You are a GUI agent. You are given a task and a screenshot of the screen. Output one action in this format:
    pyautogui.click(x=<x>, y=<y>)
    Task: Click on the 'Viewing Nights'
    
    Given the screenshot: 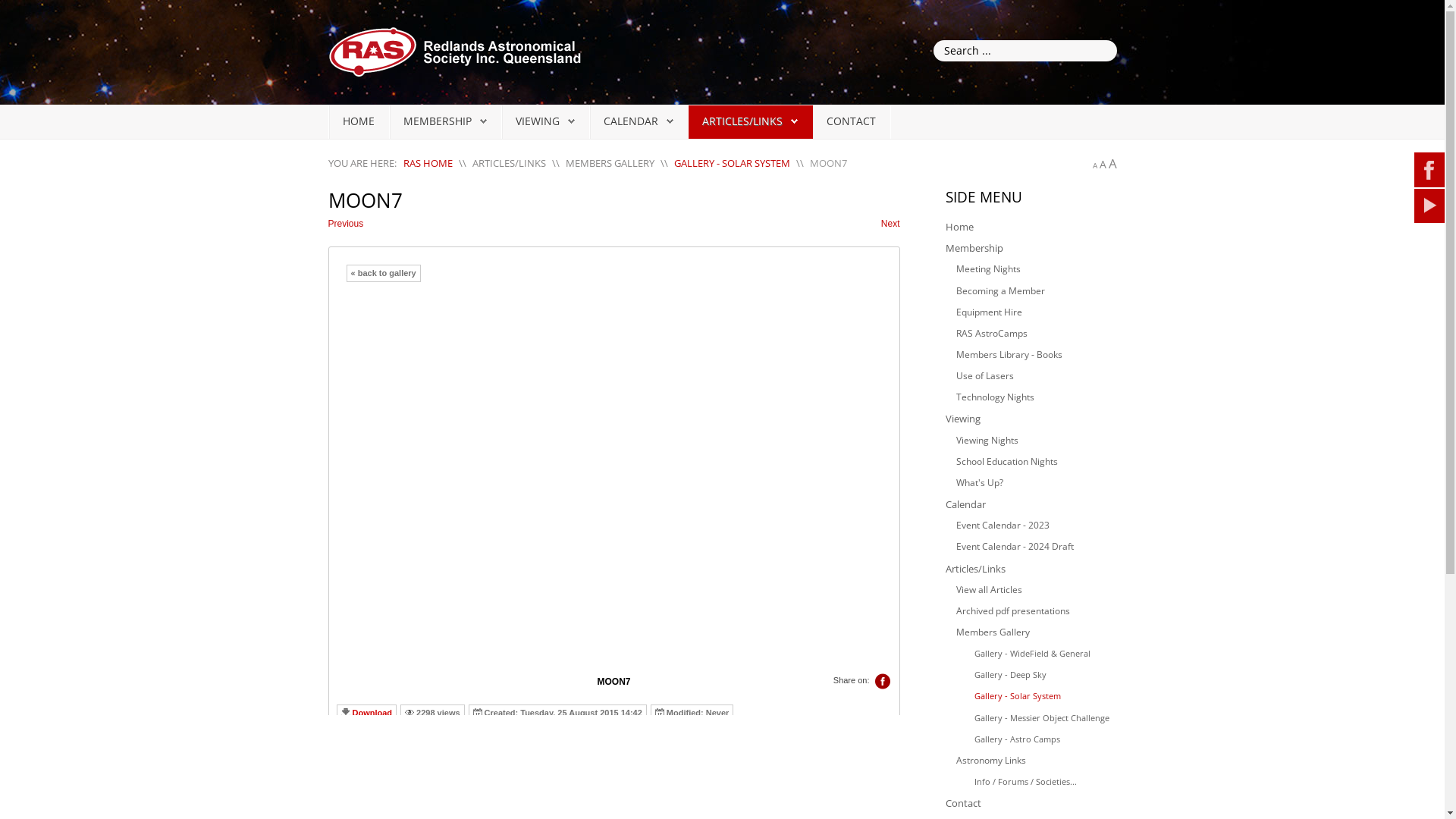 What is the action you would take?
    pyautogui.click(x=1035, y=441)
    